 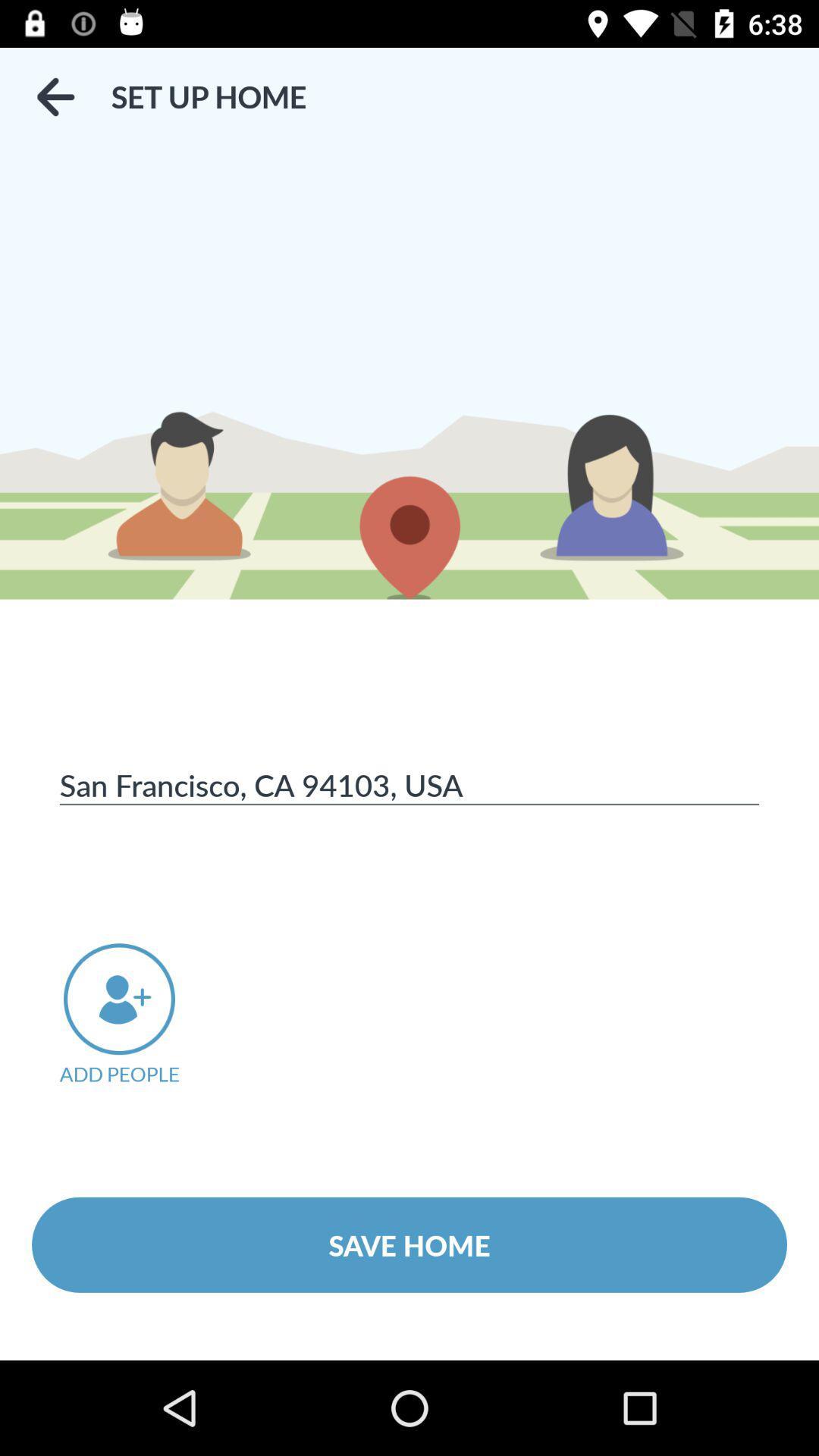 What do you see at coordinates (409, 784) in the screenshot?
I see `item at the center` at bounding box center [409, 784].